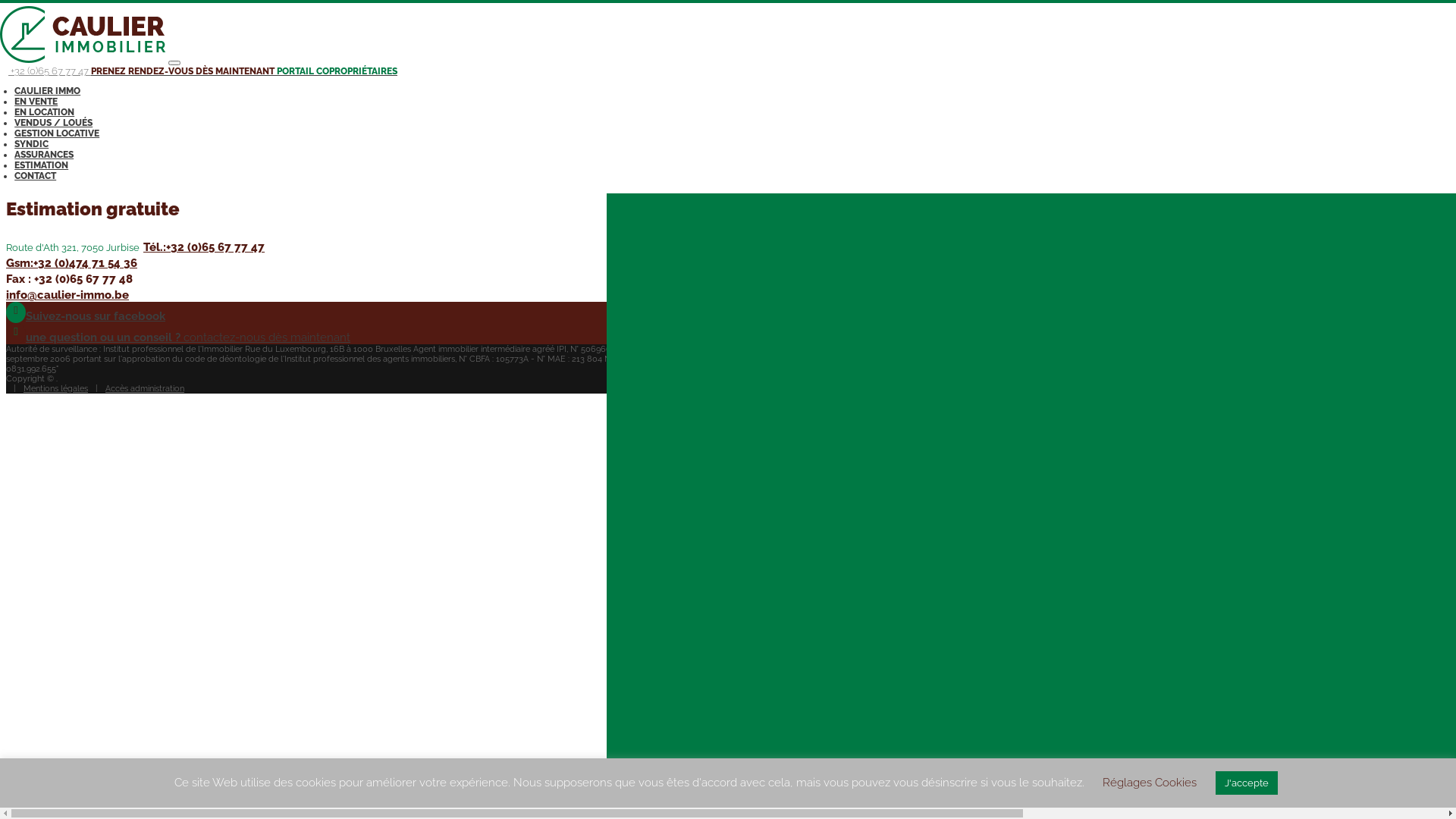  I want to click on '+32 (0)65 67 77 47', so click(45, 71).